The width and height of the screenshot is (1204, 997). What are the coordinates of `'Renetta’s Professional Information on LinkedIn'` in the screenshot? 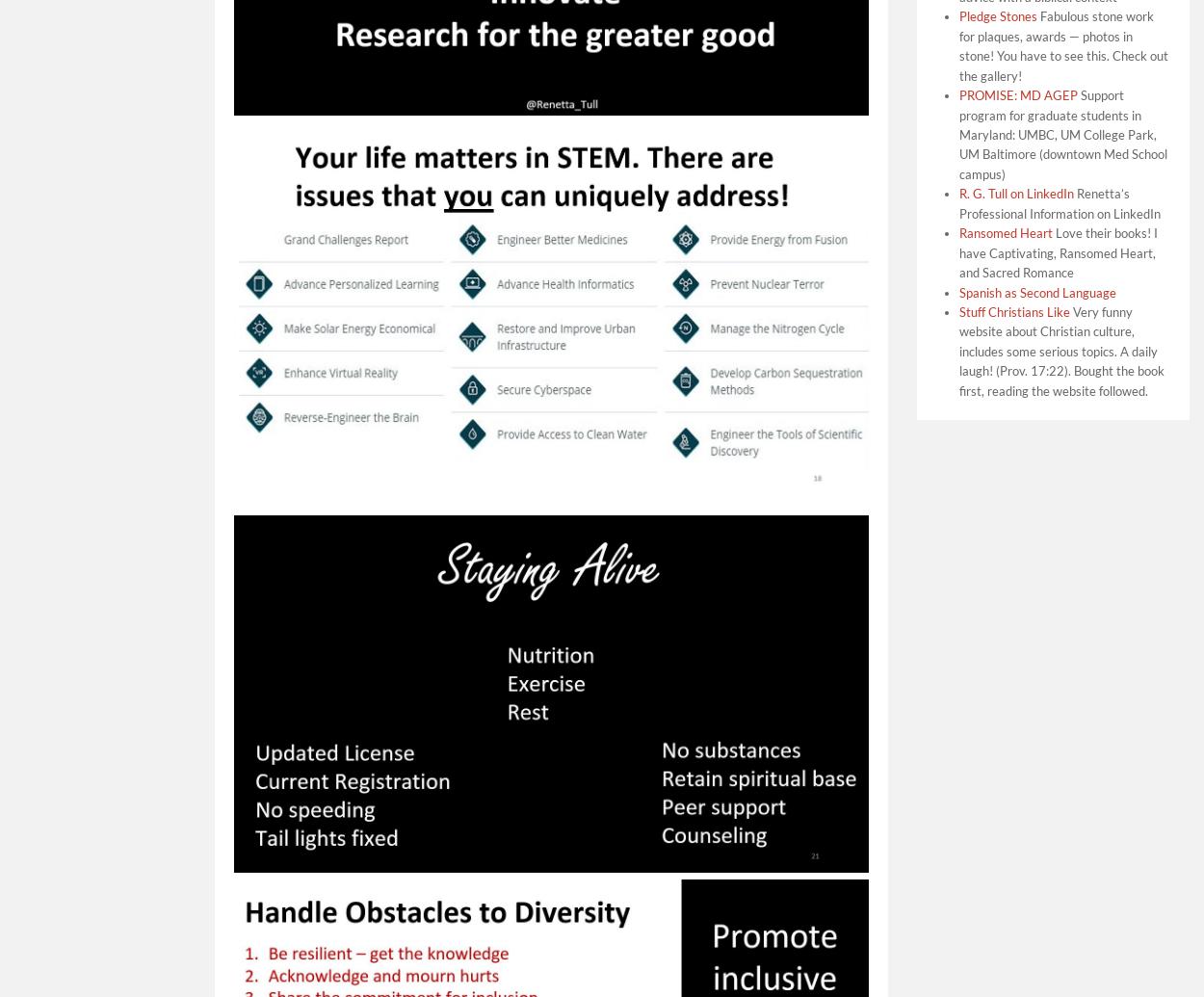 It's located at (1059, 203).